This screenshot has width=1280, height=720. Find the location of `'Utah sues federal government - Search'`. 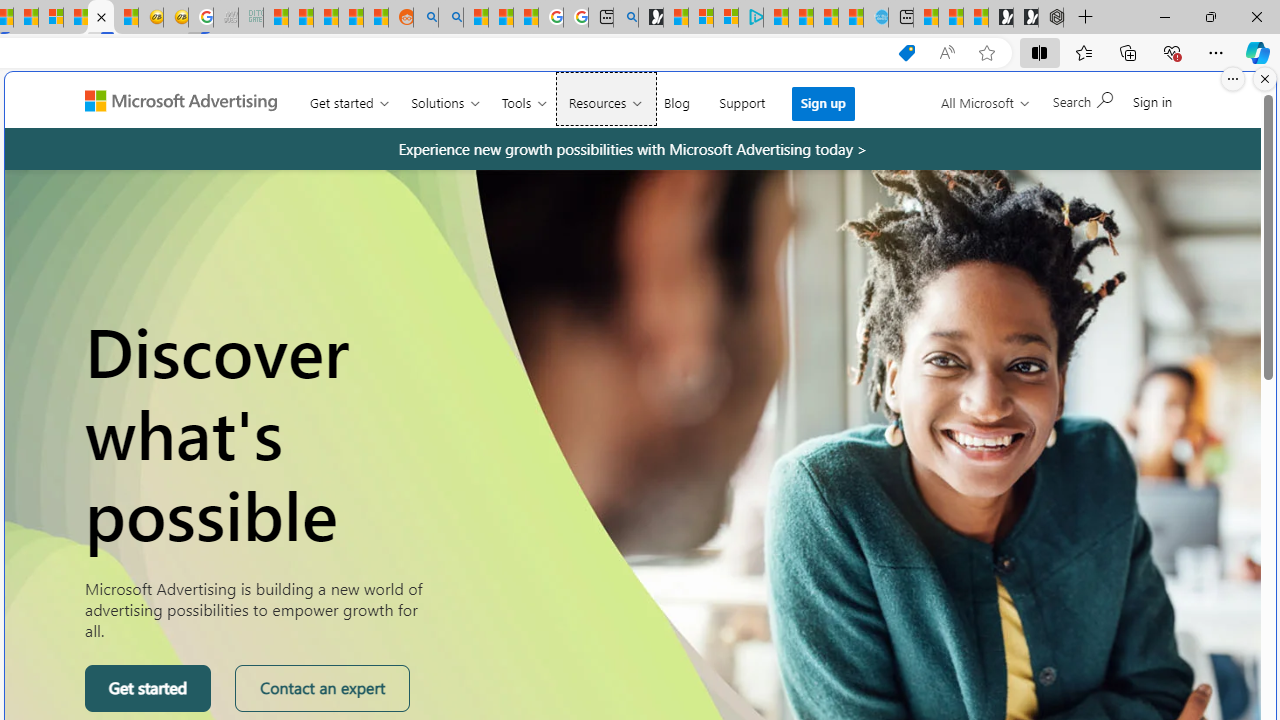

'Utah sues federal government - Search' is located at coordinates (450, 17).